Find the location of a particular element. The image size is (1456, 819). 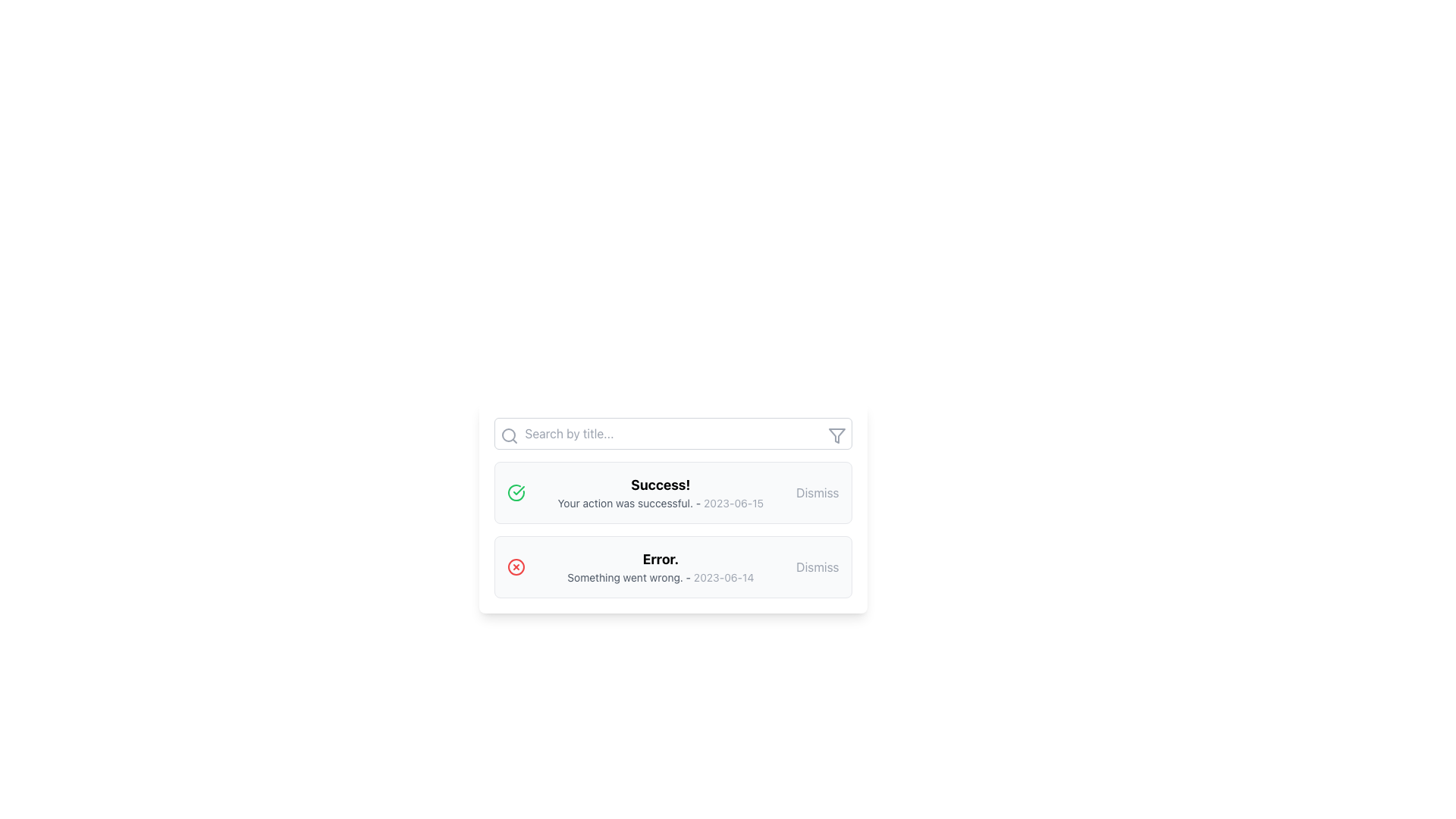

the decorative SVG graphical component of the filter icon located at the top-right corner of the search bar is located at coordinates (836, 435).